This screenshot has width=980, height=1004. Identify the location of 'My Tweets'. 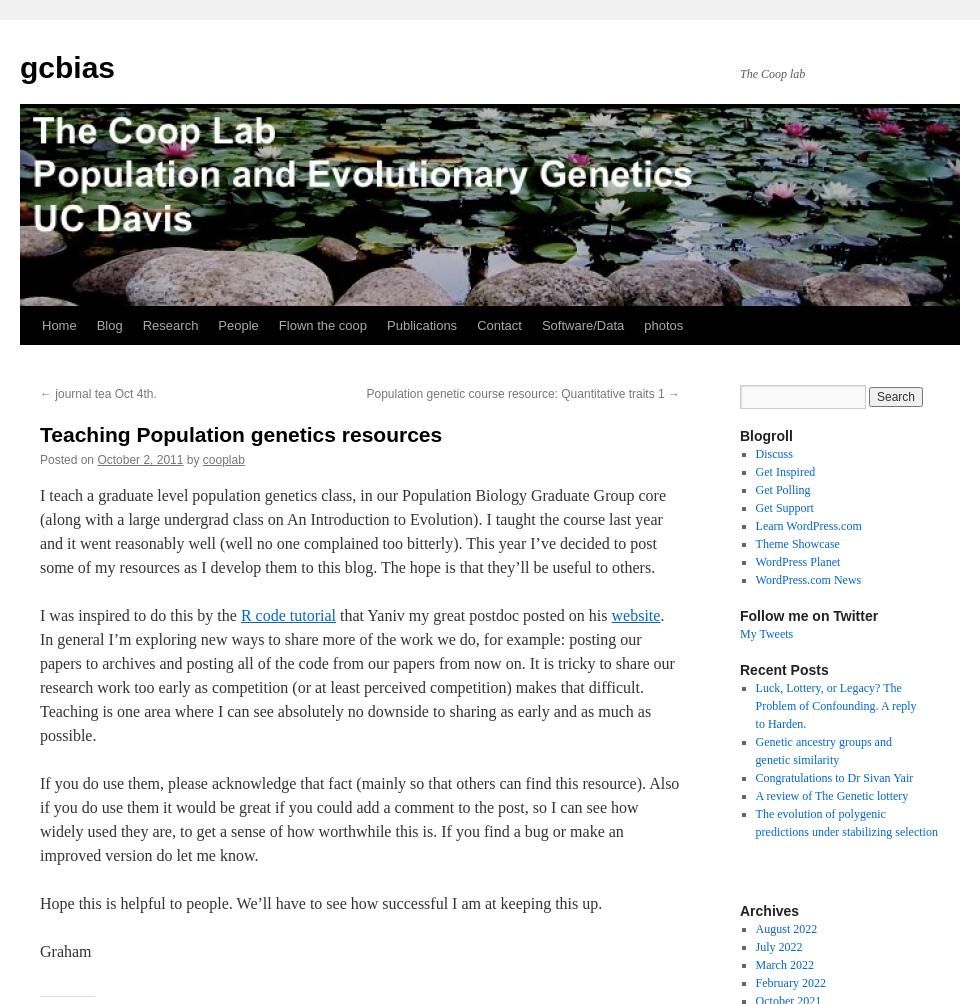
(766, 633).